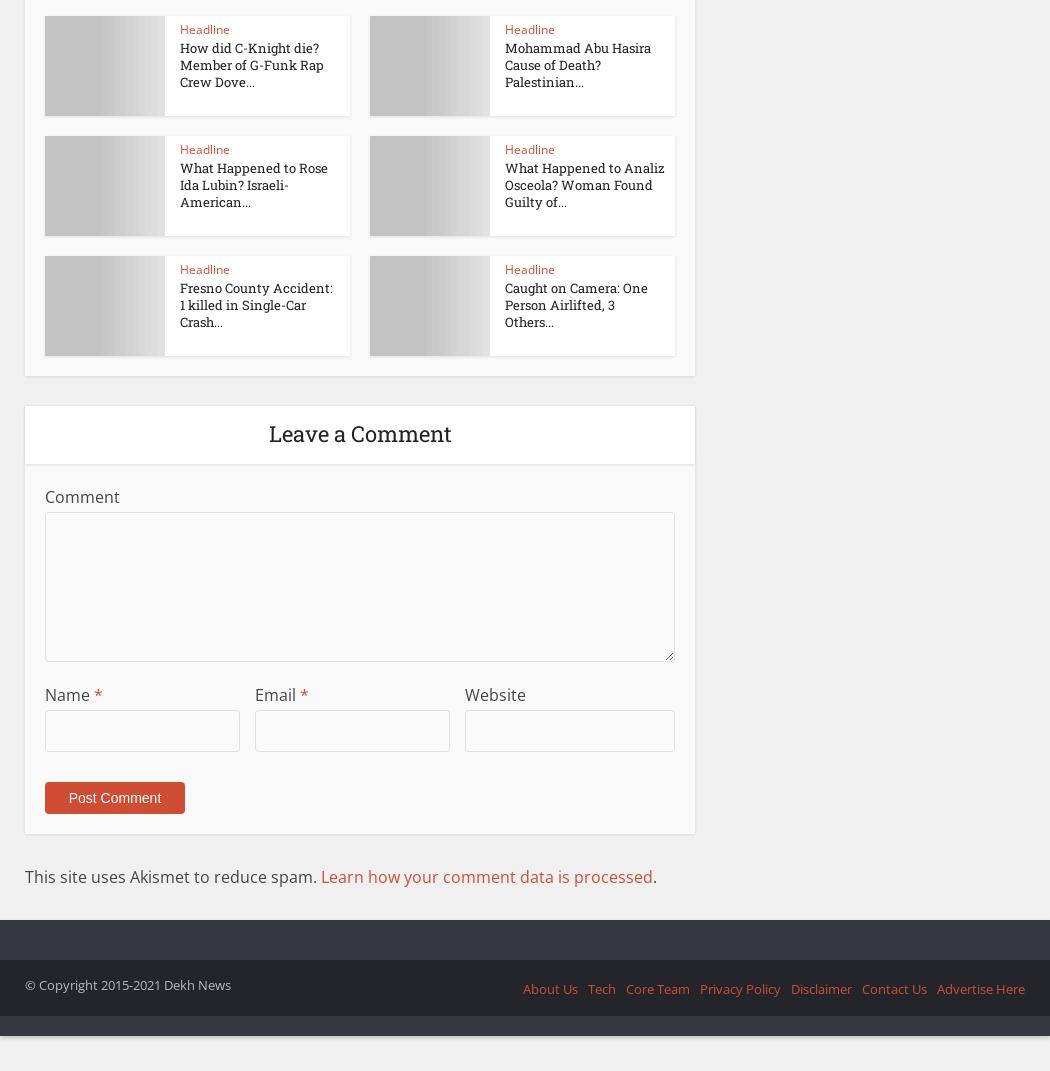 This screenshot has height=1071, width=1050. I want to click on 'Name', so click(68, 694).